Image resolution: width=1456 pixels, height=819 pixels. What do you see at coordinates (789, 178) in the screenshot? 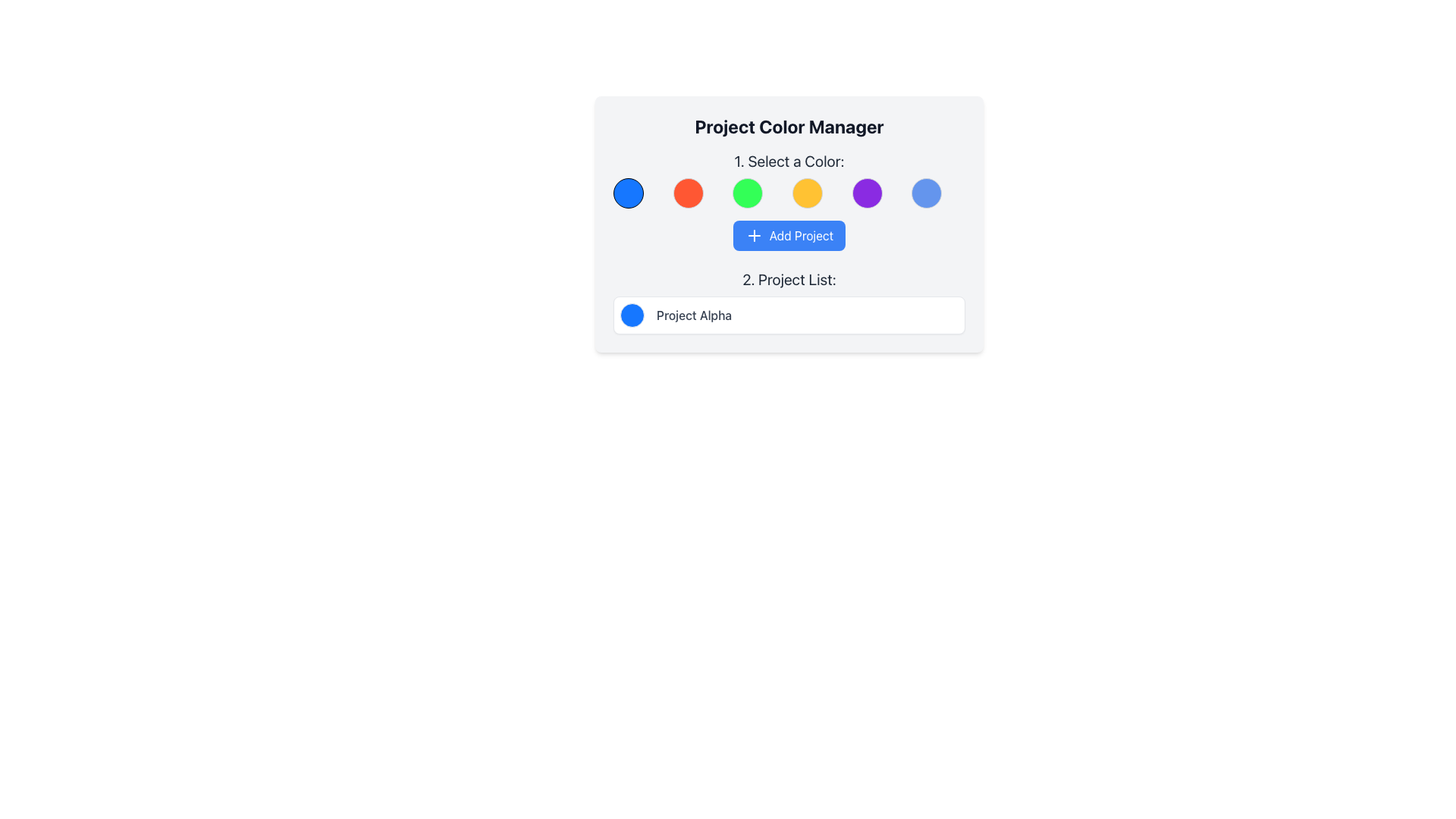
I see `text of the Label that prompts '1. Select a Color:' located within the 'Project Color Manager' panel, above the color-select buttons` at bounding box center [789, 178].